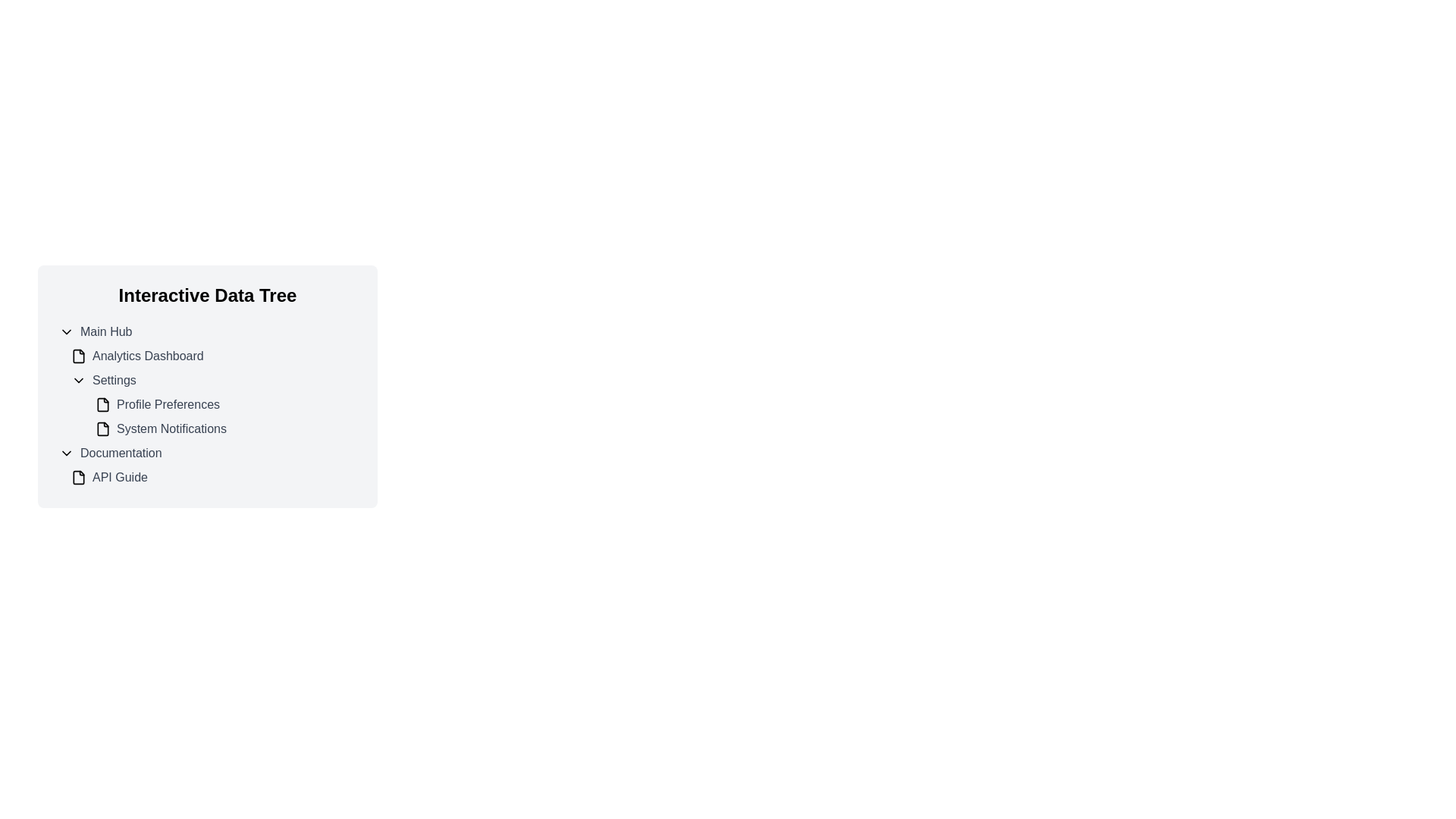  What do you see at coordinates (78, 356) in the screenshot?
I see `the small file icon outlined with no fill color, located to the immediate left of the 'Analytics Dashboard' text in the second row of the left-hand sidebar` at bounding box center [78, 356].